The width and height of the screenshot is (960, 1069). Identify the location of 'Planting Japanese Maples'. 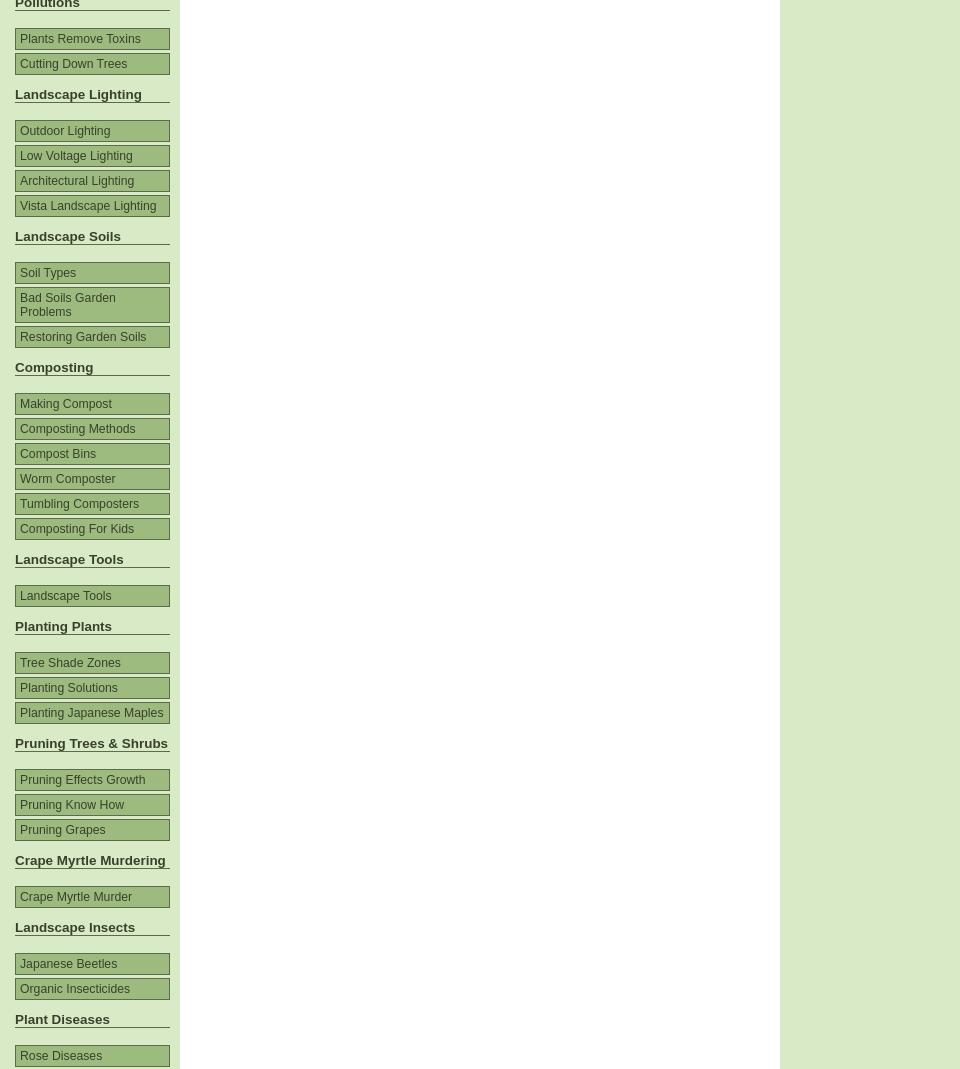
(18, 712).